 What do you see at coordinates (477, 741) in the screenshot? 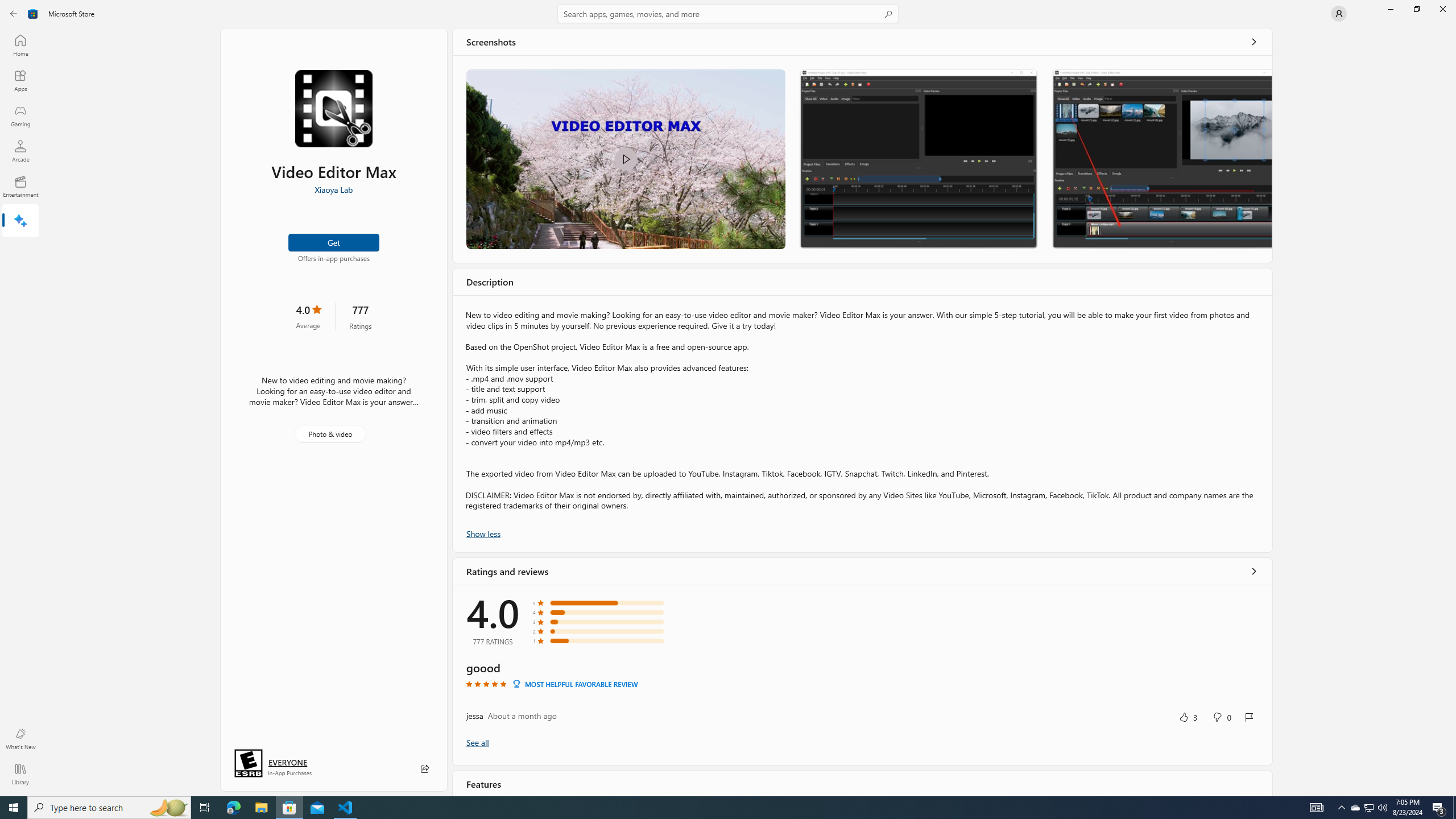
I see `'Show all ratings and reviews'` at bounding box center [477, 741].